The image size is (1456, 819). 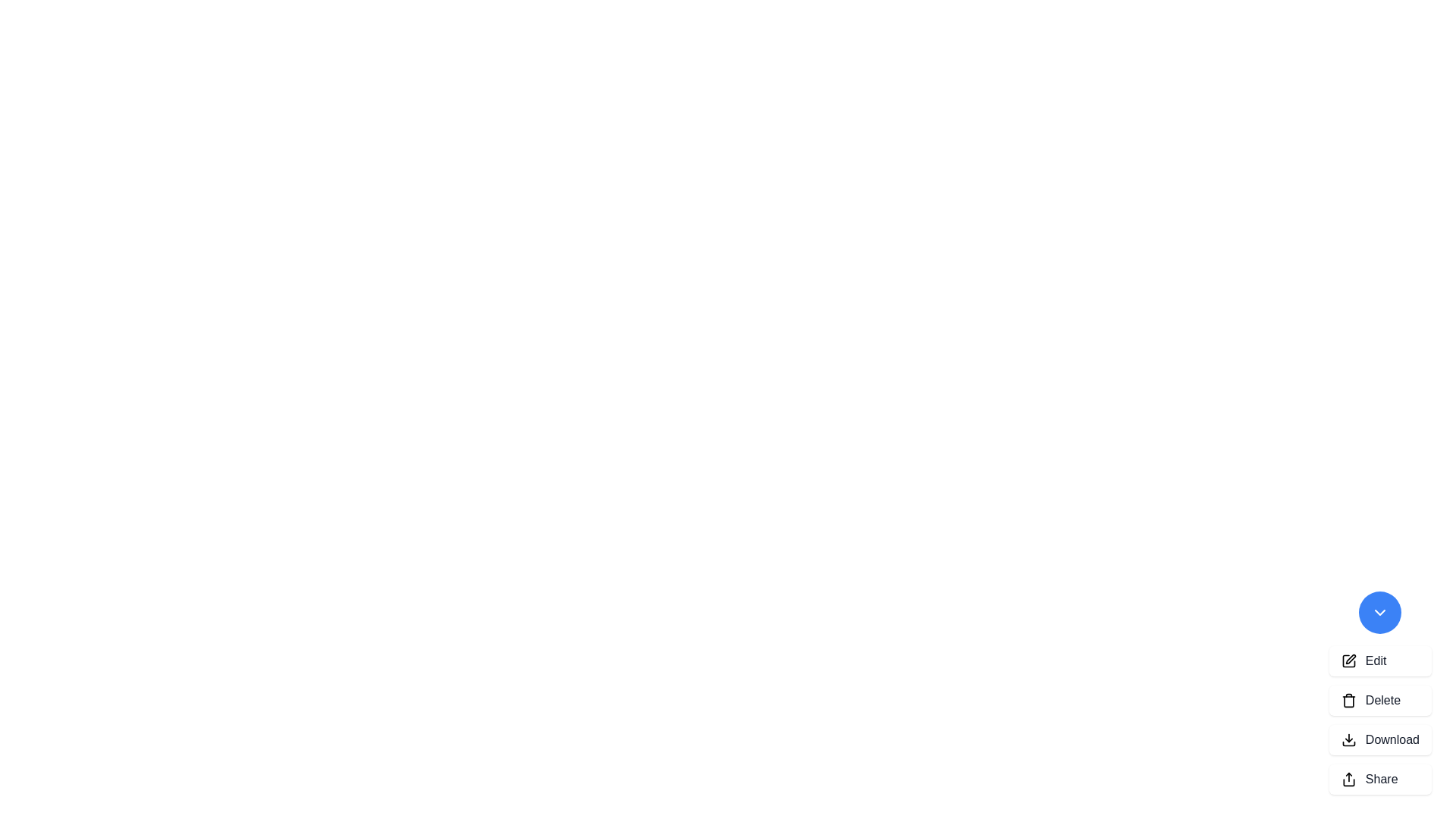 I want to click on the 'Download' button to select the 'Download' action, so click(x=1379, y=739).